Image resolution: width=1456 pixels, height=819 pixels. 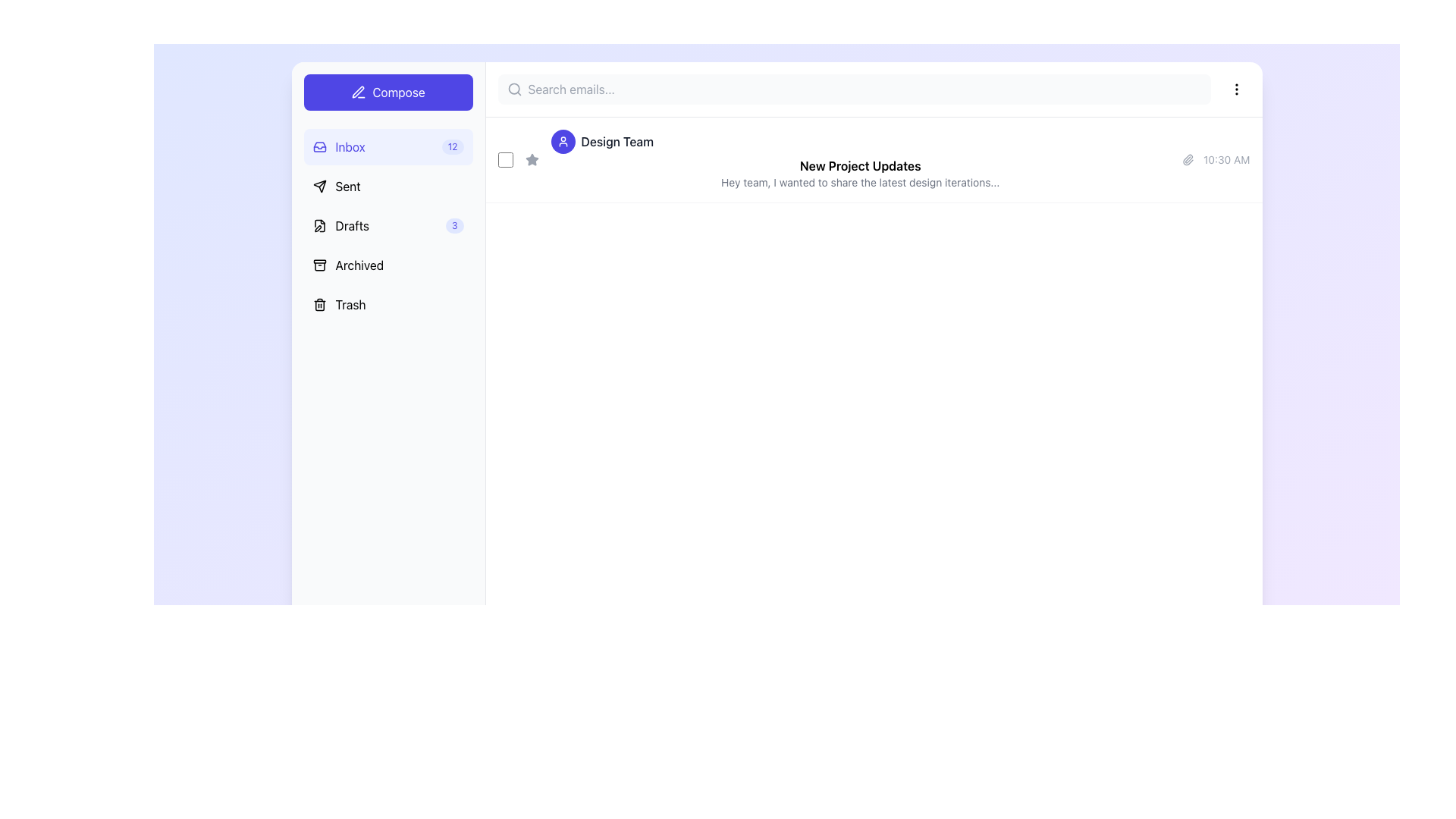 I want to click on the file icon with a pen symbol located in the sidebar next to the 'Drafts' menu label, so click(x=318, y=225).